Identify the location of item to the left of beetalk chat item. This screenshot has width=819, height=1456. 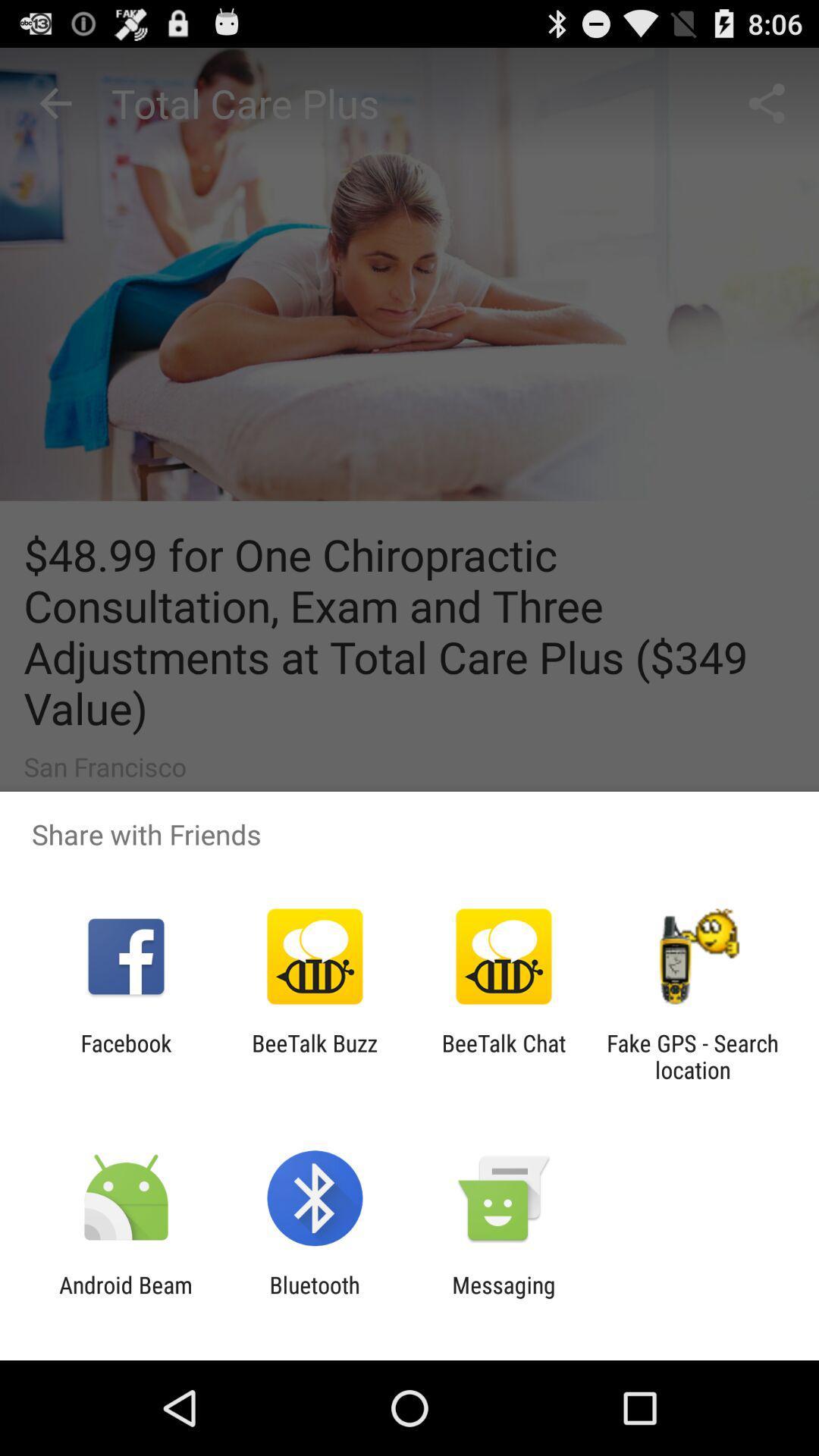
(314, 1056).